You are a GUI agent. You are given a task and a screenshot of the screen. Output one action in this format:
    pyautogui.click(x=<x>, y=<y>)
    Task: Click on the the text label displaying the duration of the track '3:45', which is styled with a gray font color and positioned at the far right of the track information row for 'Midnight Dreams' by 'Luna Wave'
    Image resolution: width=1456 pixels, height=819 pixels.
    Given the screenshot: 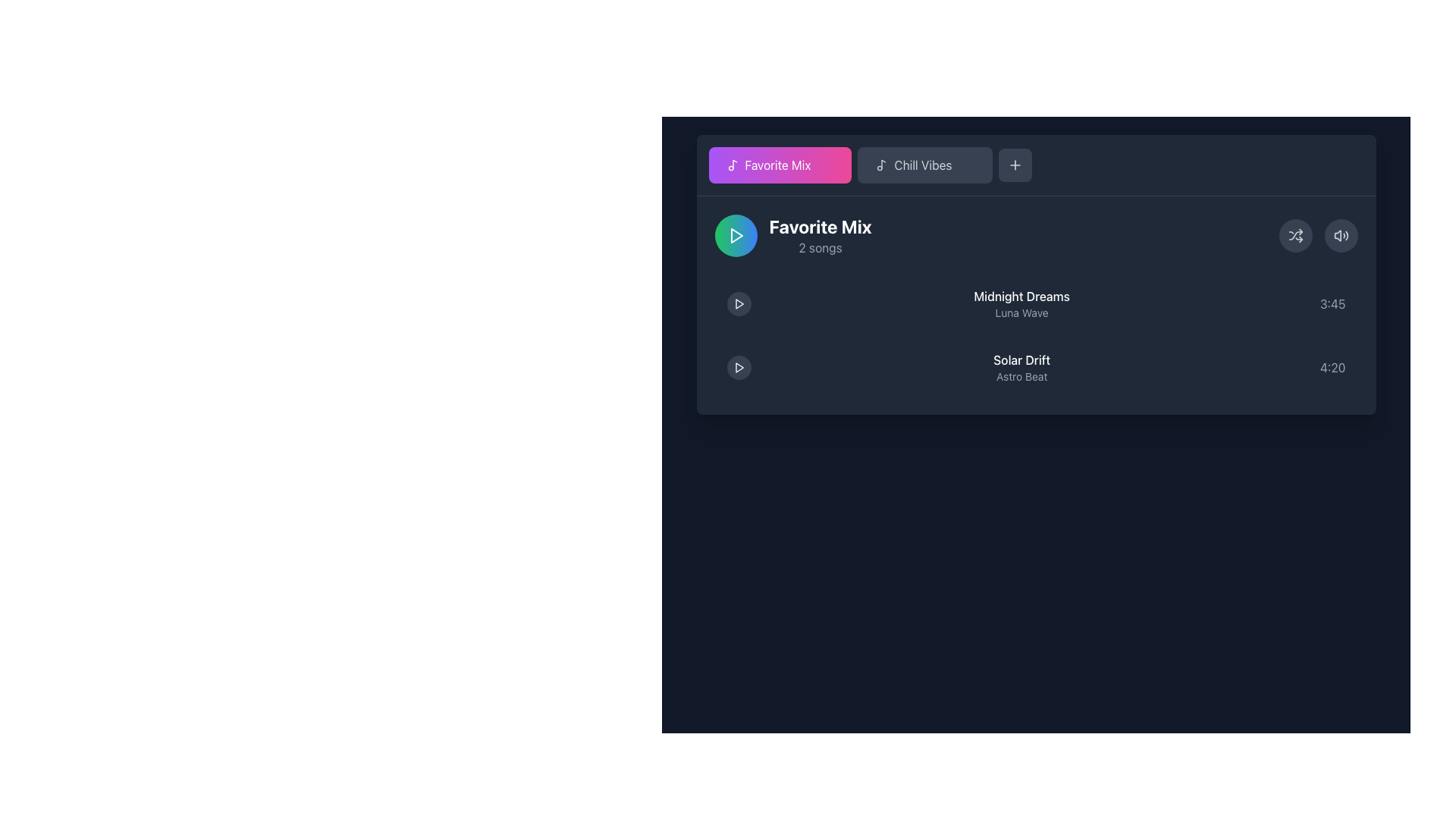 What is the action you would take?
    pyautogui.click(x=1332, y=304)
    